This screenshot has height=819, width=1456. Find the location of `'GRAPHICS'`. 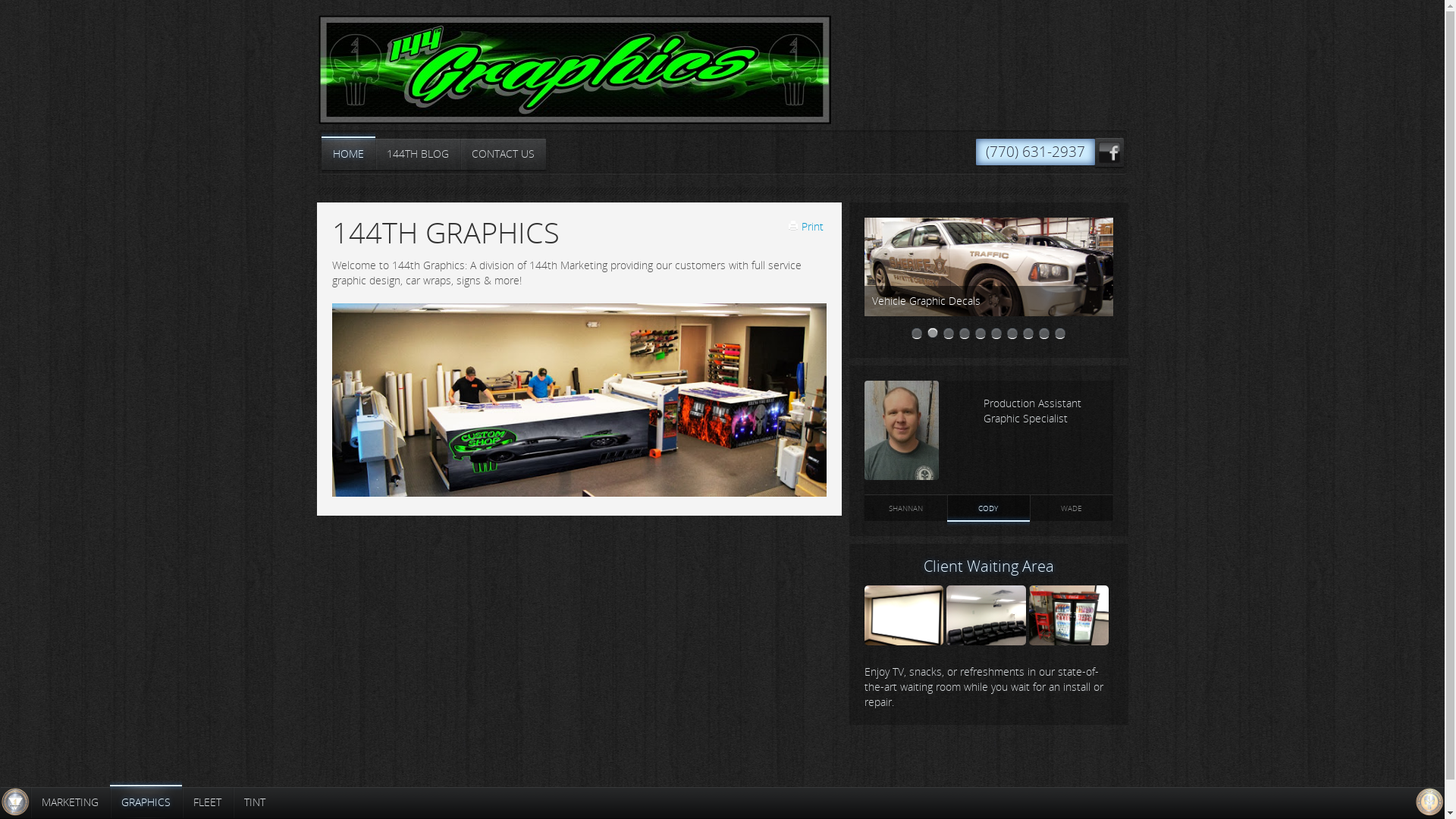

'GRAPHICS' is located at coordinates (108, 802).